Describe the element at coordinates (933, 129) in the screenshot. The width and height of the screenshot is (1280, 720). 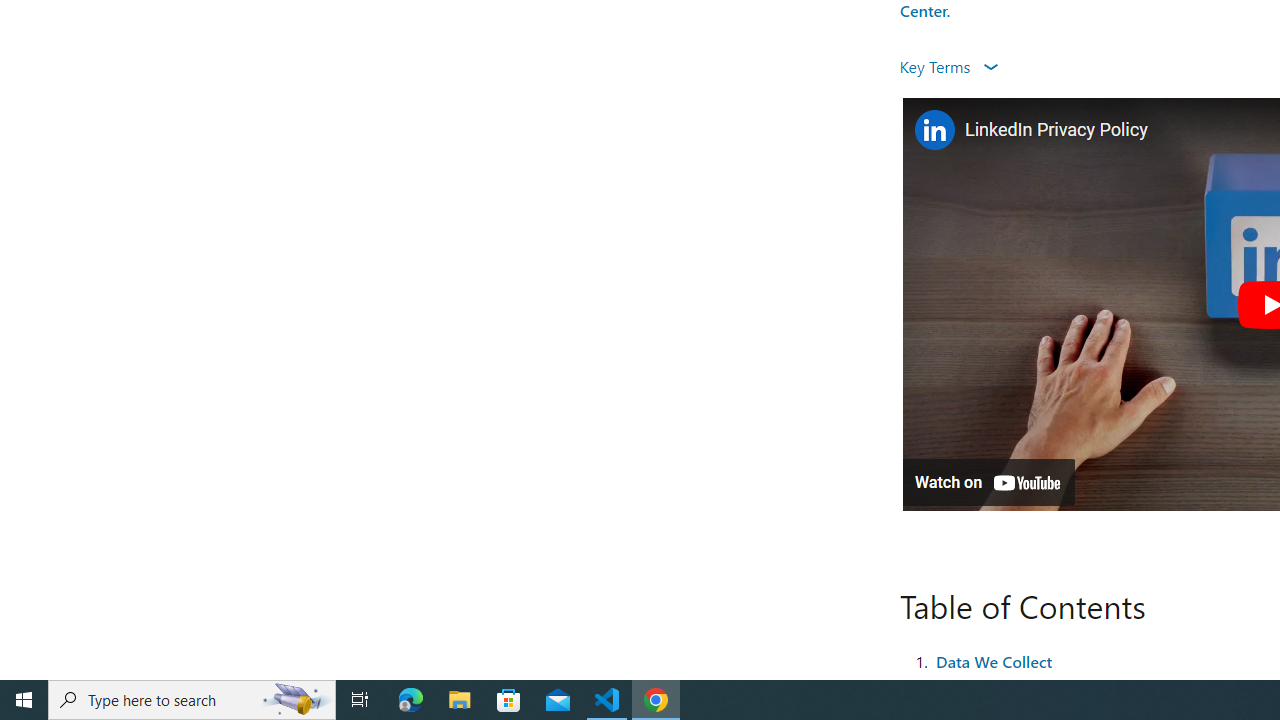
I see `'Photo image of LinkedIn'` at that location.